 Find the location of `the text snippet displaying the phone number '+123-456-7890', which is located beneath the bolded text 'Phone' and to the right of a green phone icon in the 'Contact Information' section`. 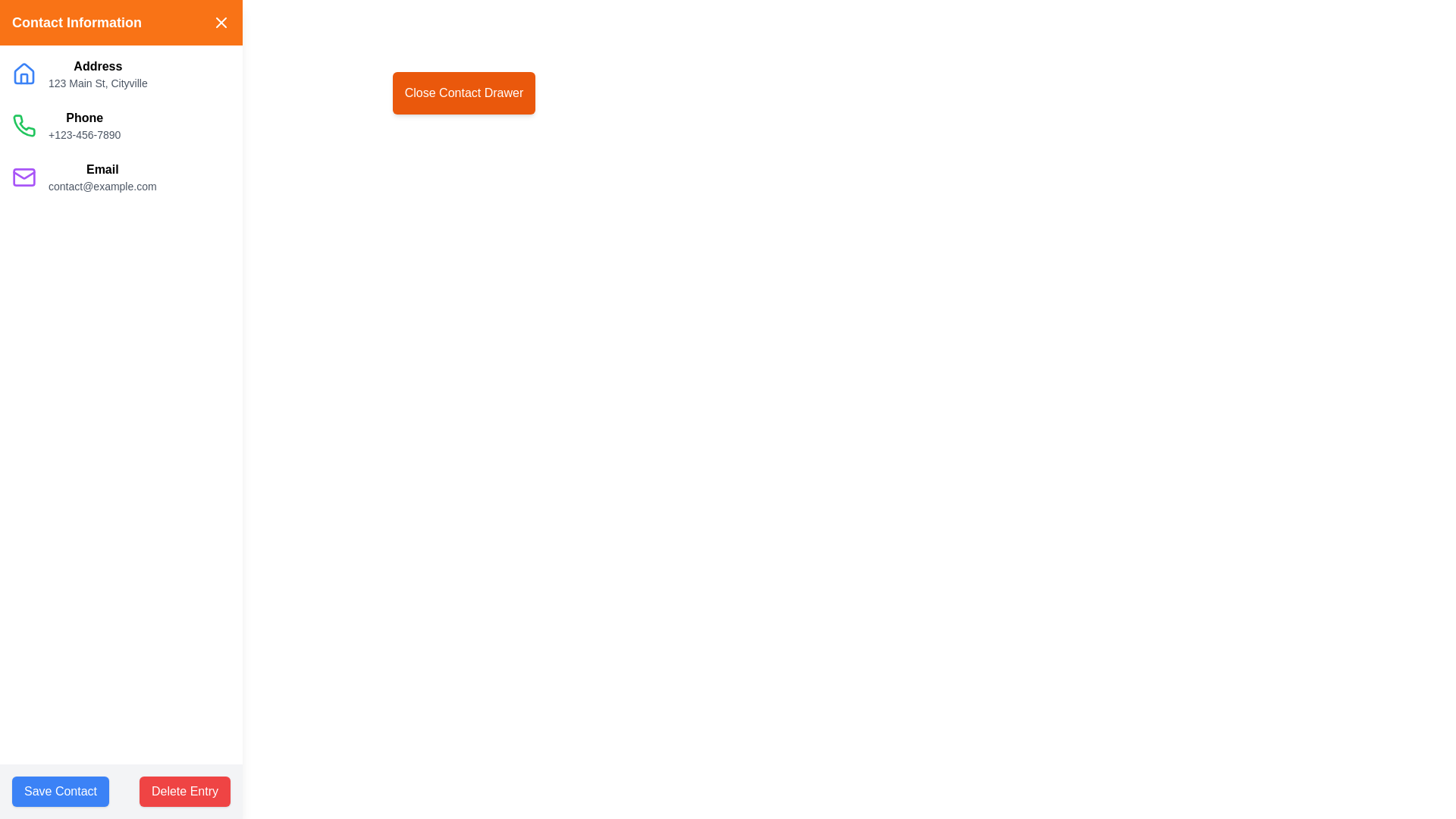

the text snippet displaying the phone number '+123-456-7890', which is located beneath the bolded text 'Phone' and to the right of a green phone icon in the 'Contact Information' section is located at coordinates (83, 133).